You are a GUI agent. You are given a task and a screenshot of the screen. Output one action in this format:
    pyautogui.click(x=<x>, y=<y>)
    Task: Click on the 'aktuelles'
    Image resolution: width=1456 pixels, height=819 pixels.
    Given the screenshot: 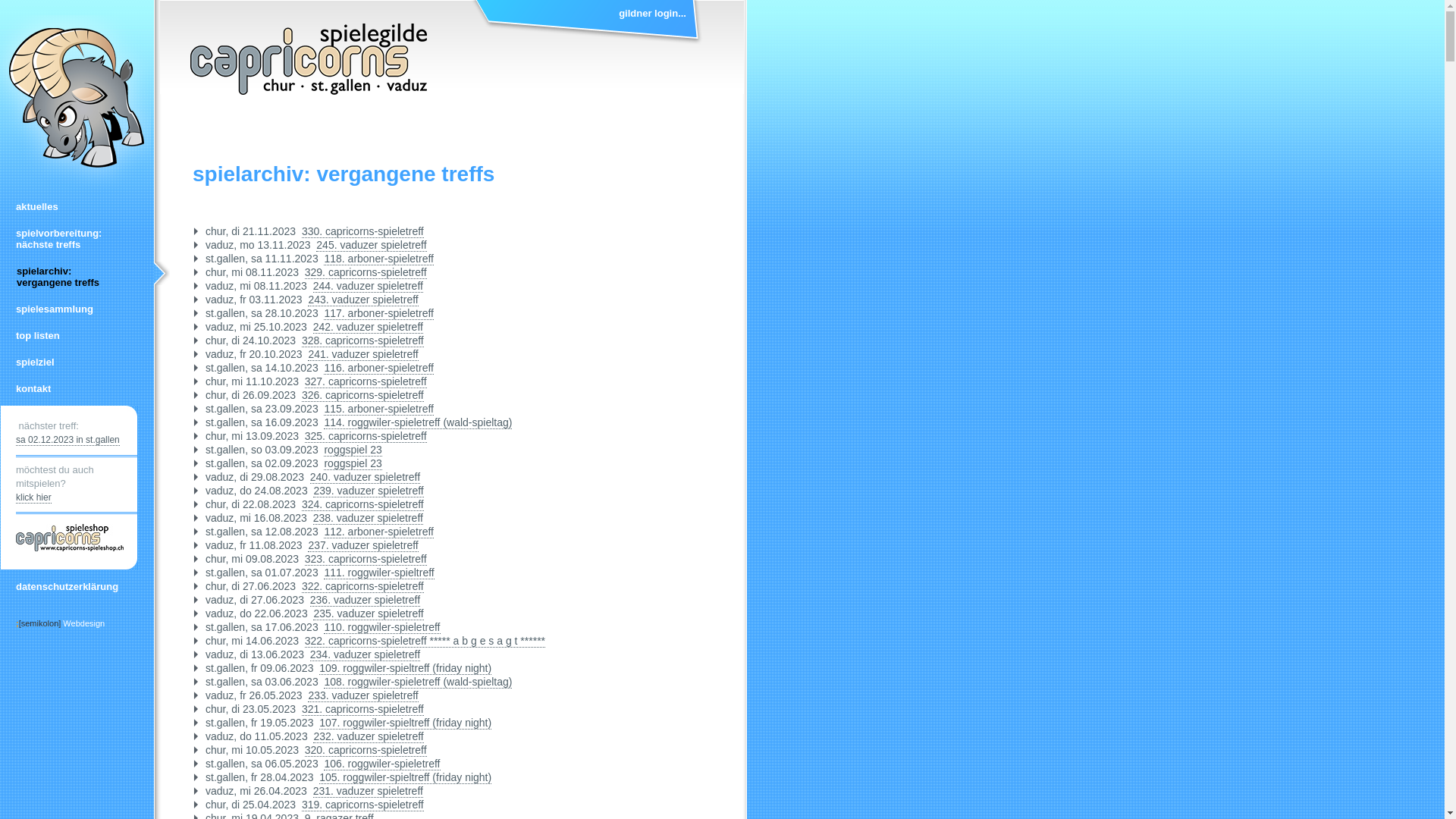 What is the action you would take?
    pyautogui.click(x=75, y=206)
    